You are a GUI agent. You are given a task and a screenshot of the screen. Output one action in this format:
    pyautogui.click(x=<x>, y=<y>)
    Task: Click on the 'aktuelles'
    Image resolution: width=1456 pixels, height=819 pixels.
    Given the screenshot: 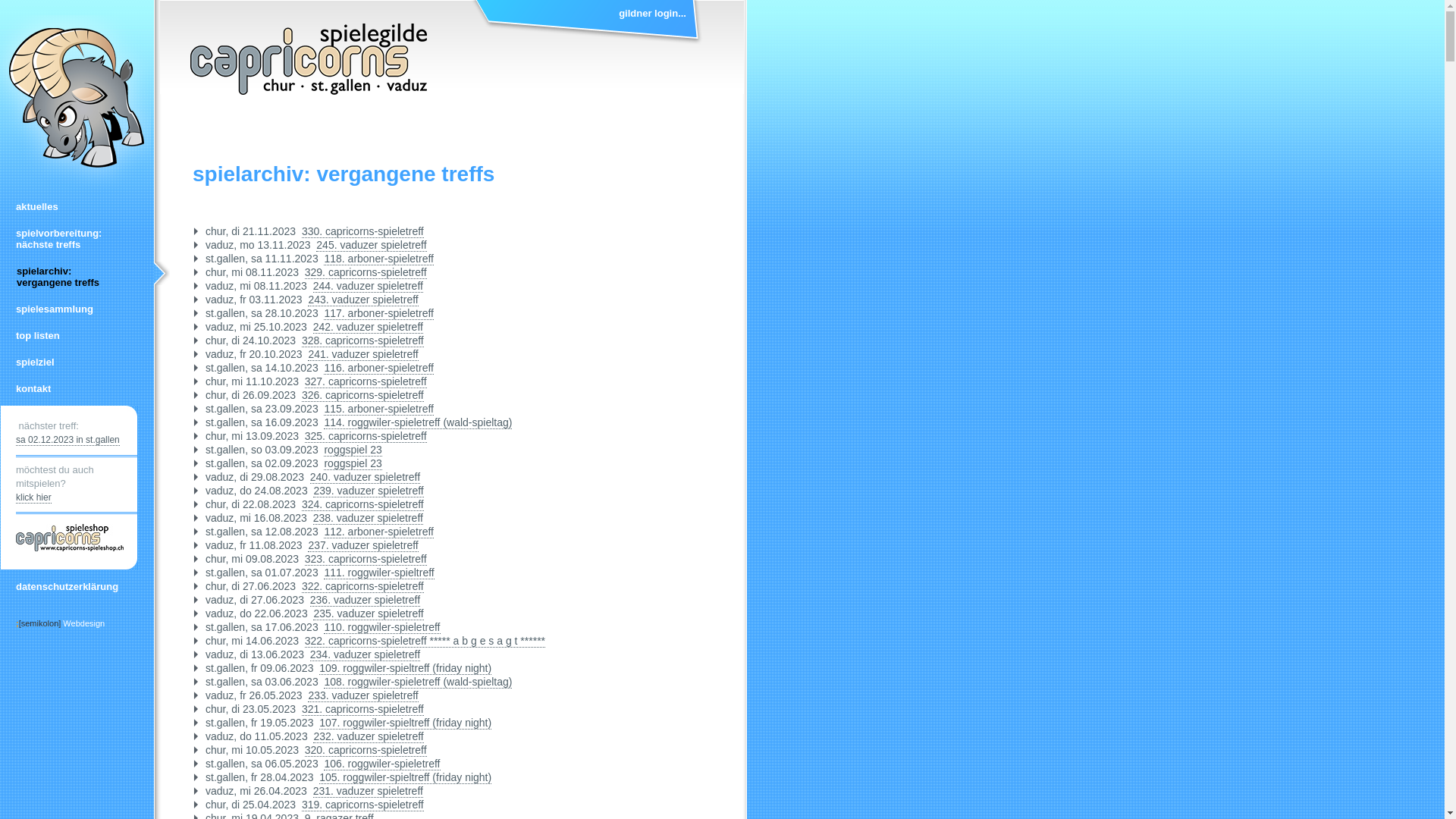 What is the action you would take?
    pyautogui.click(x=75, y=206)
    